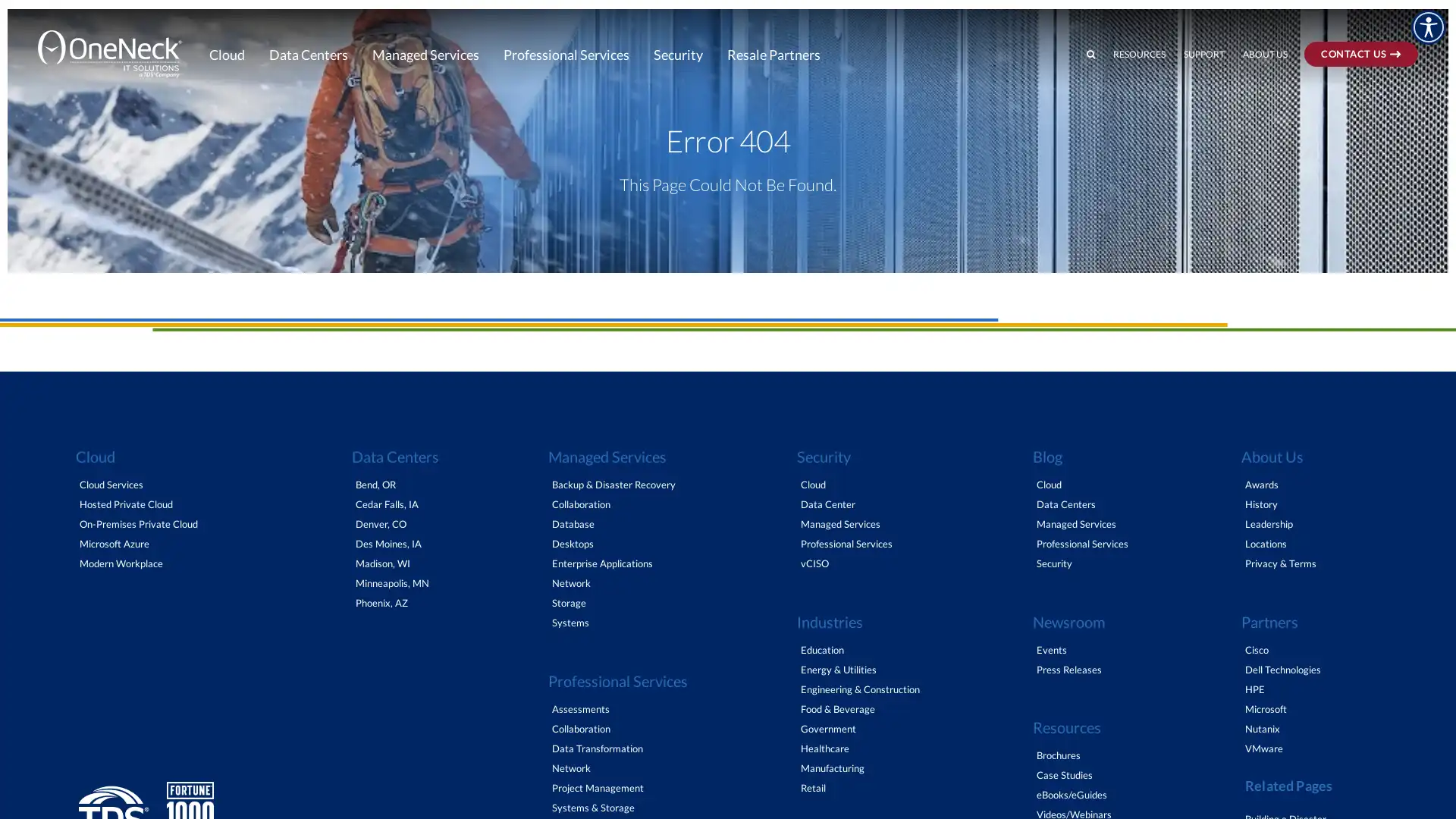  I want to click on CONTACT US, so click(1361, 52).